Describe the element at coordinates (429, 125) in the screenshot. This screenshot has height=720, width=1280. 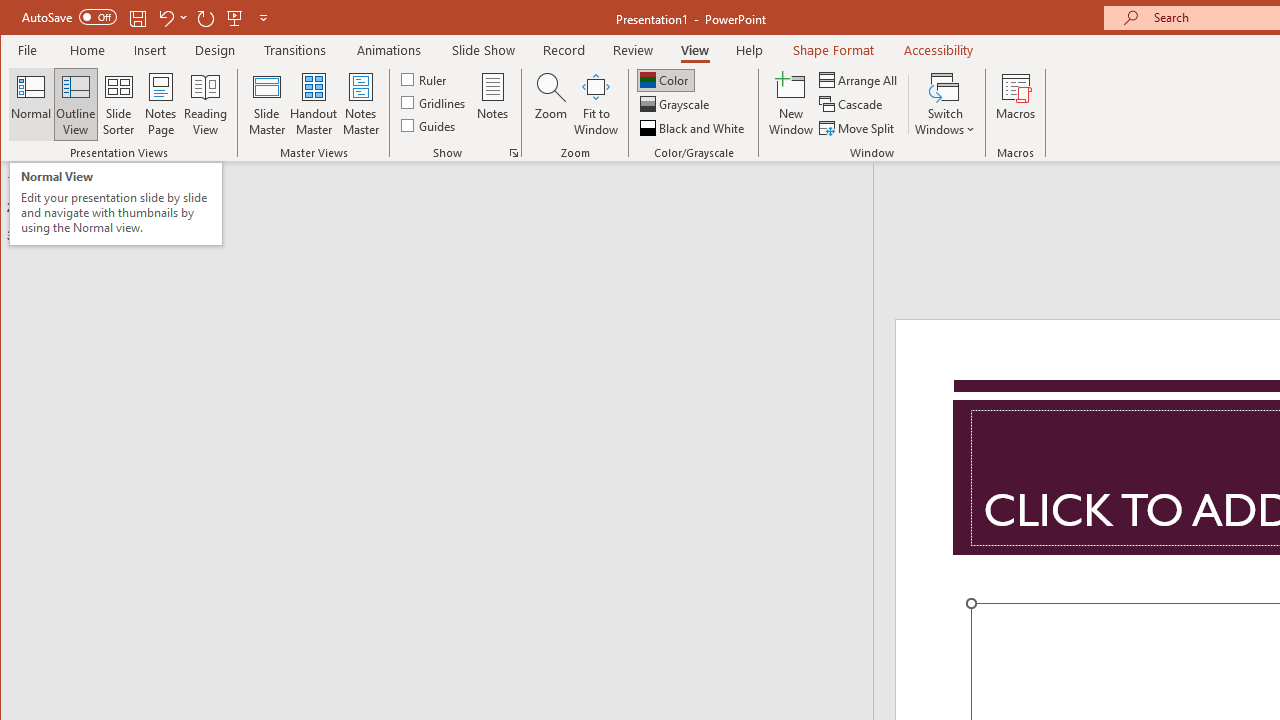
I see `'Guides'` at that location.